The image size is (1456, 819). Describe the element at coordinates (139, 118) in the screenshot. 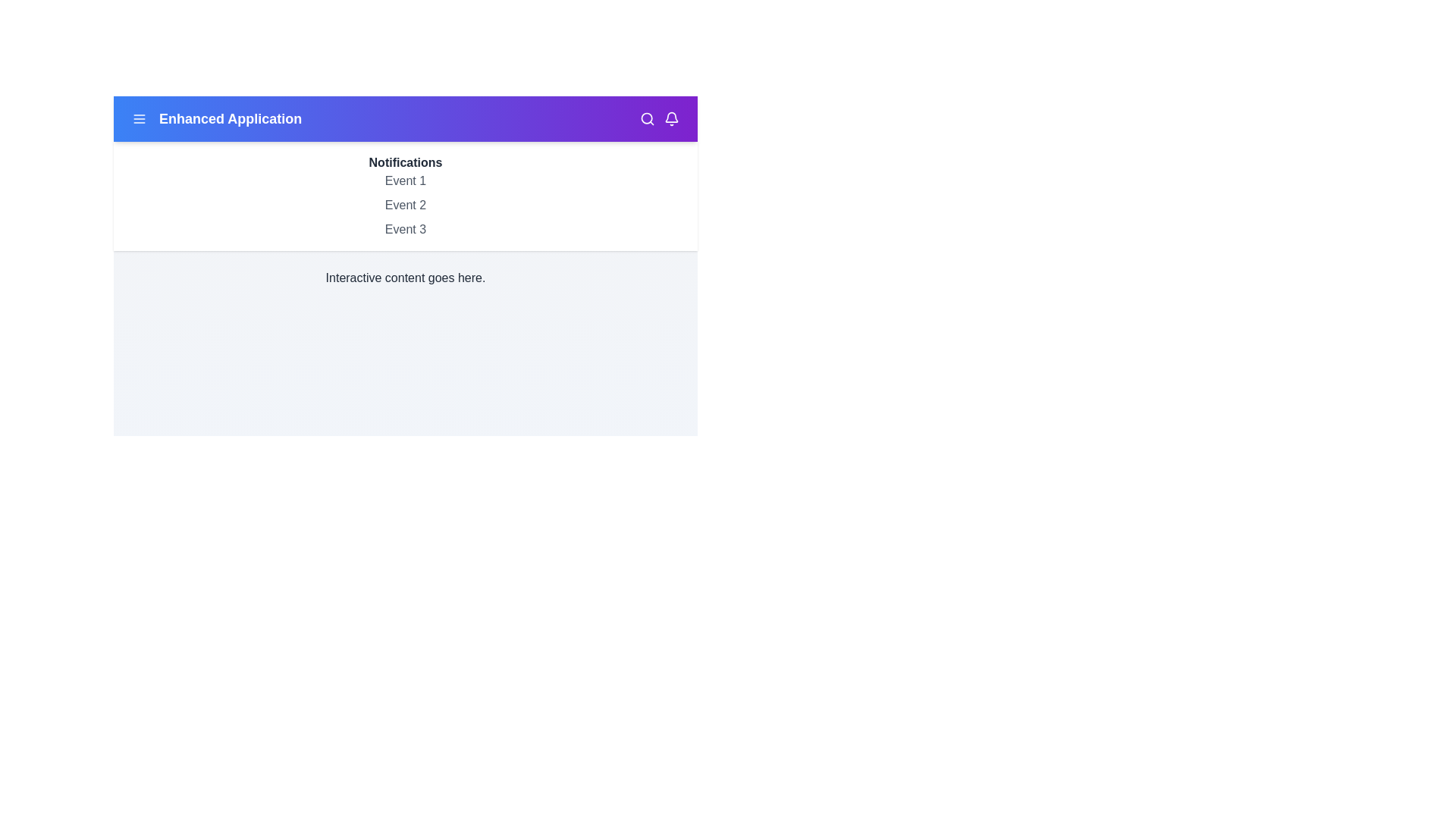

I see `the menu icon to access the menu` at that location.